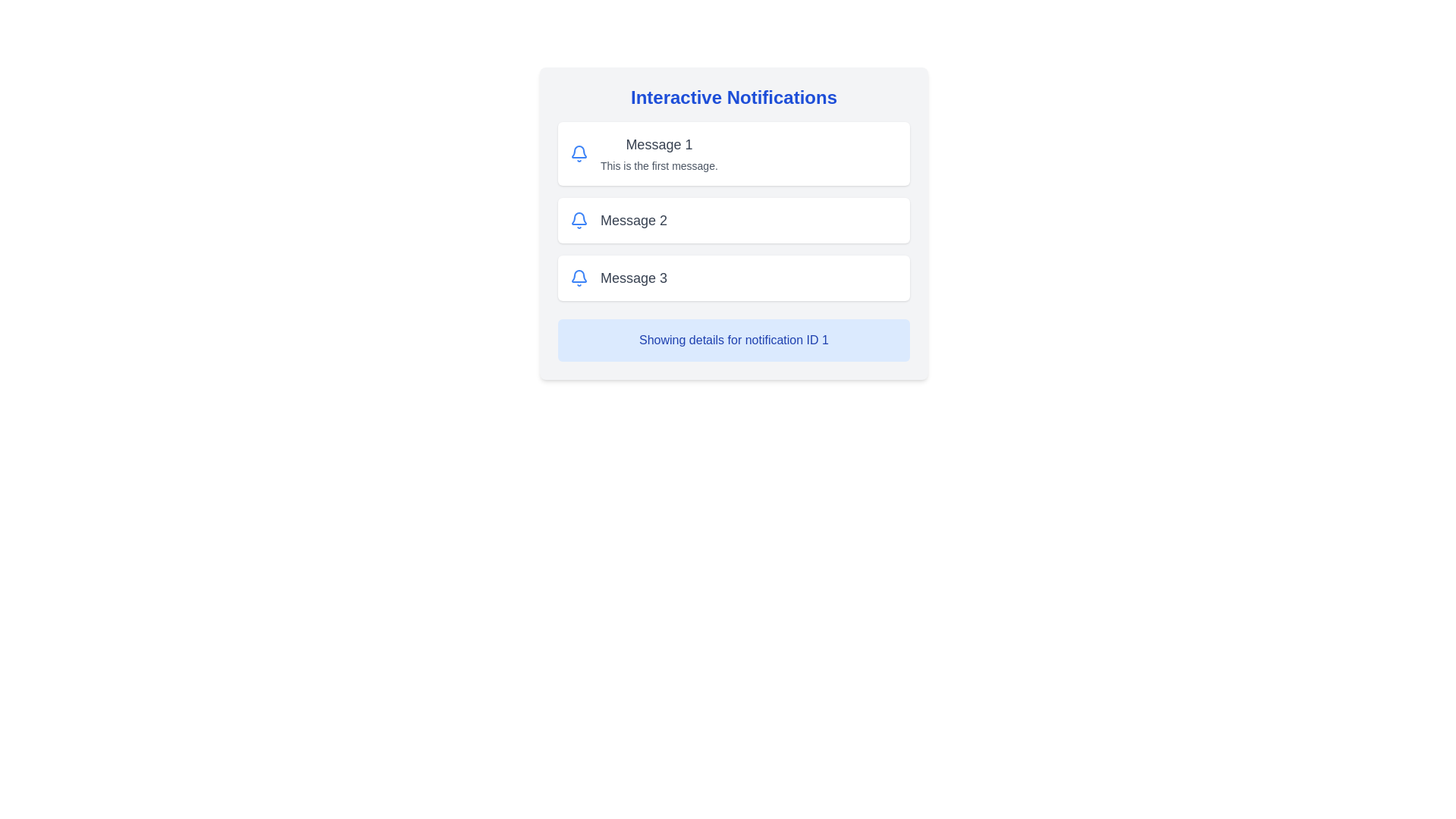 The height and width of the screenshot is (819, 1456). Describe the element at coordinates (633, 278) in the screenshot. I see `the Text Label indicating 'Message 3', which is the third item in the notification list located to the right of the blue bell icon` at that location.